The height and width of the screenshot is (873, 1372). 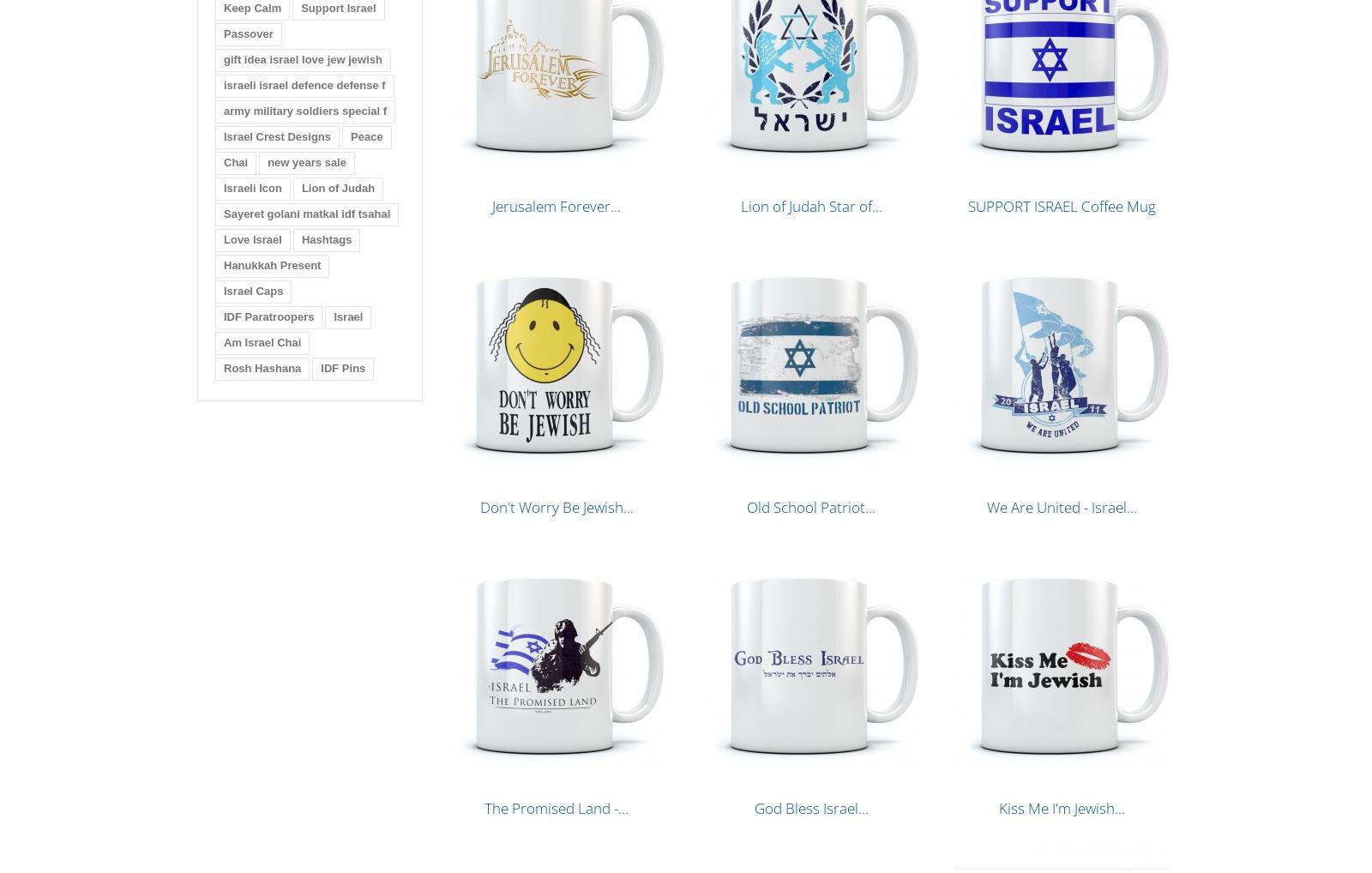 What do you see at coordinates (1061, 807) in the screenshot?
I see `'Kiss Me I'm Jewish...'` at bounding box center [1061, 807].